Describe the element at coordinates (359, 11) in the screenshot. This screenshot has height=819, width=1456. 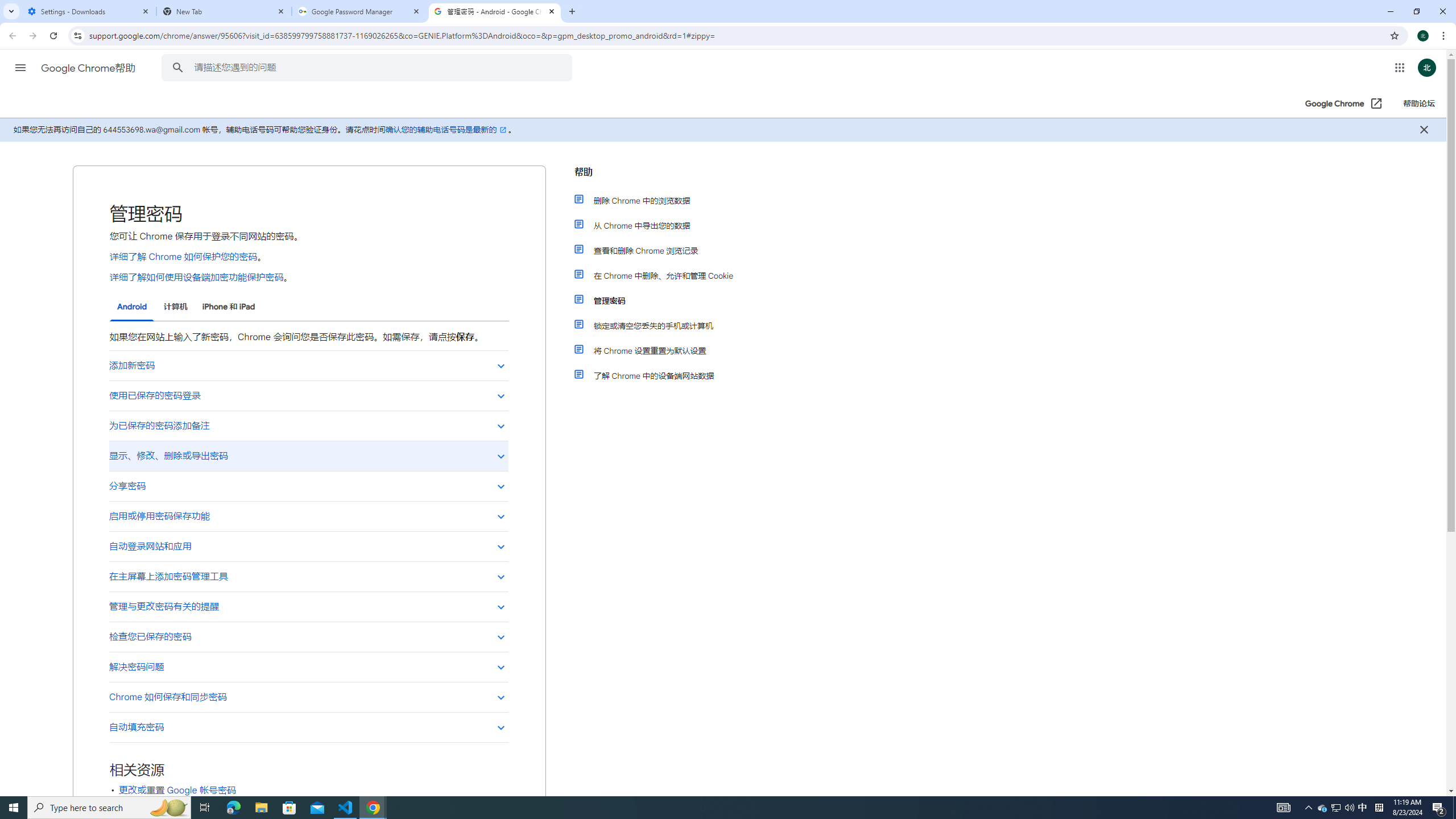
I see `'Google Password Manager'` at that location.